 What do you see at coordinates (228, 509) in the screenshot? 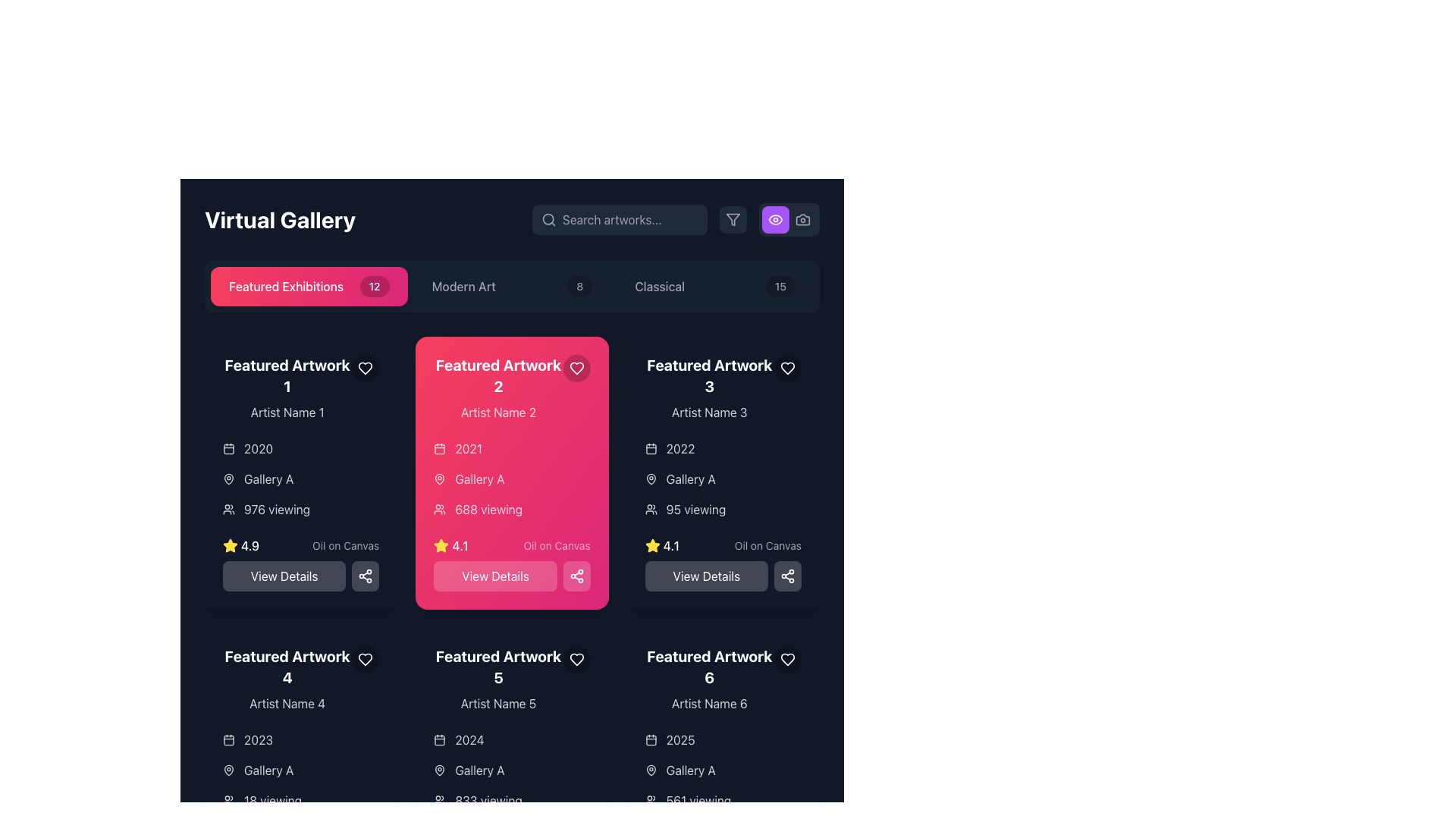
I see `the small user icon with two nested user silhouettes located to the left of the '976 viewing' text in the 'Featured Artwork 1' card` at bounding box center [228, 509].